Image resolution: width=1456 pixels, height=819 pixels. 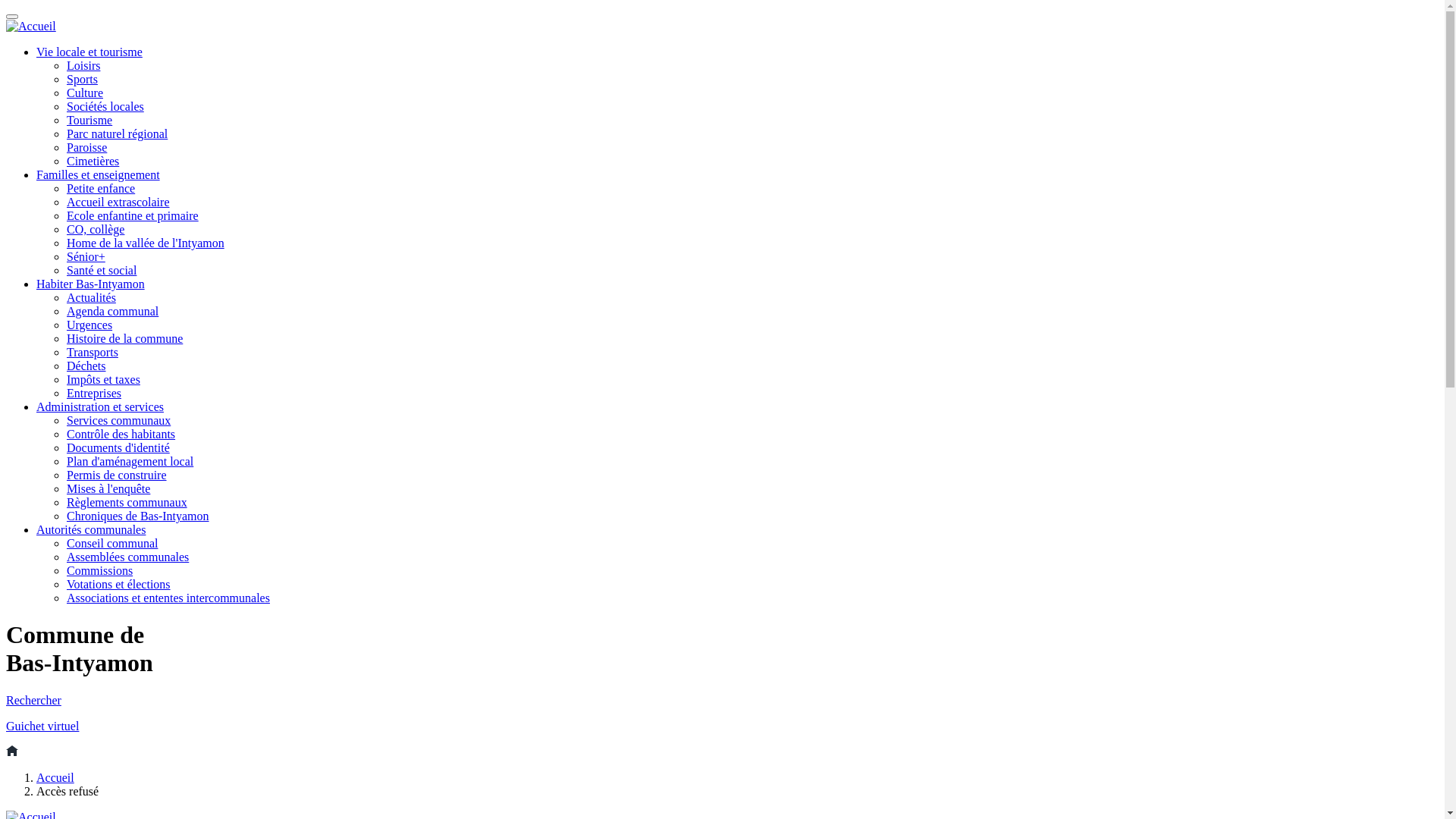 I want to click on 'Histoire de la commune', so click(x=124, y=337).